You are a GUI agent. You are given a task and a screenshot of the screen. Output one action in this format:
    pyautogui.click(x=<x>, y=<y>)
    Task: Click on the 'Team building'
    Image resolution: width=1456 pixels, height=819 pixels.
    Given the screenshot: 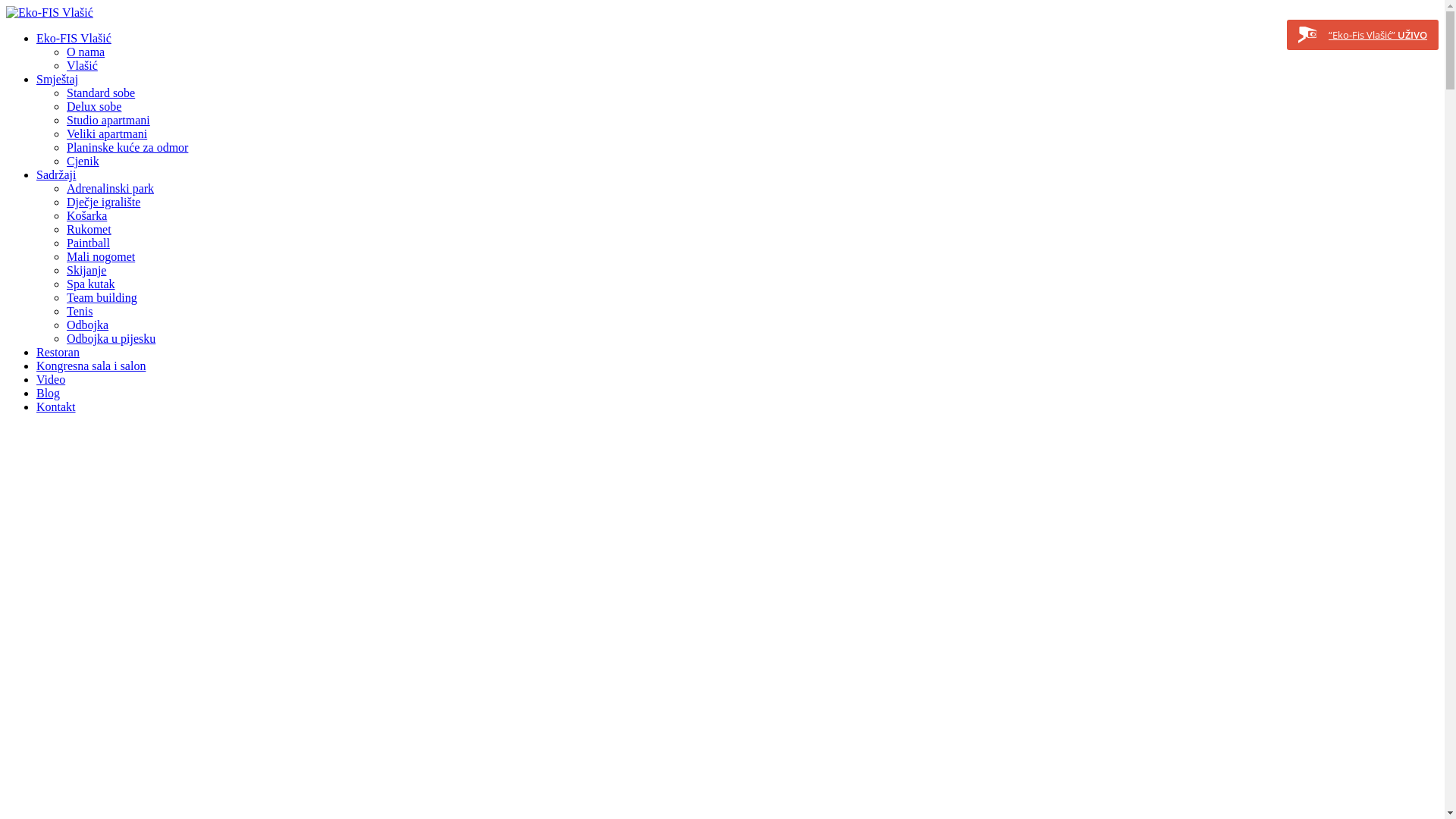 What is the action you would take?
    pyautogui.click(x=101, y=297)
    